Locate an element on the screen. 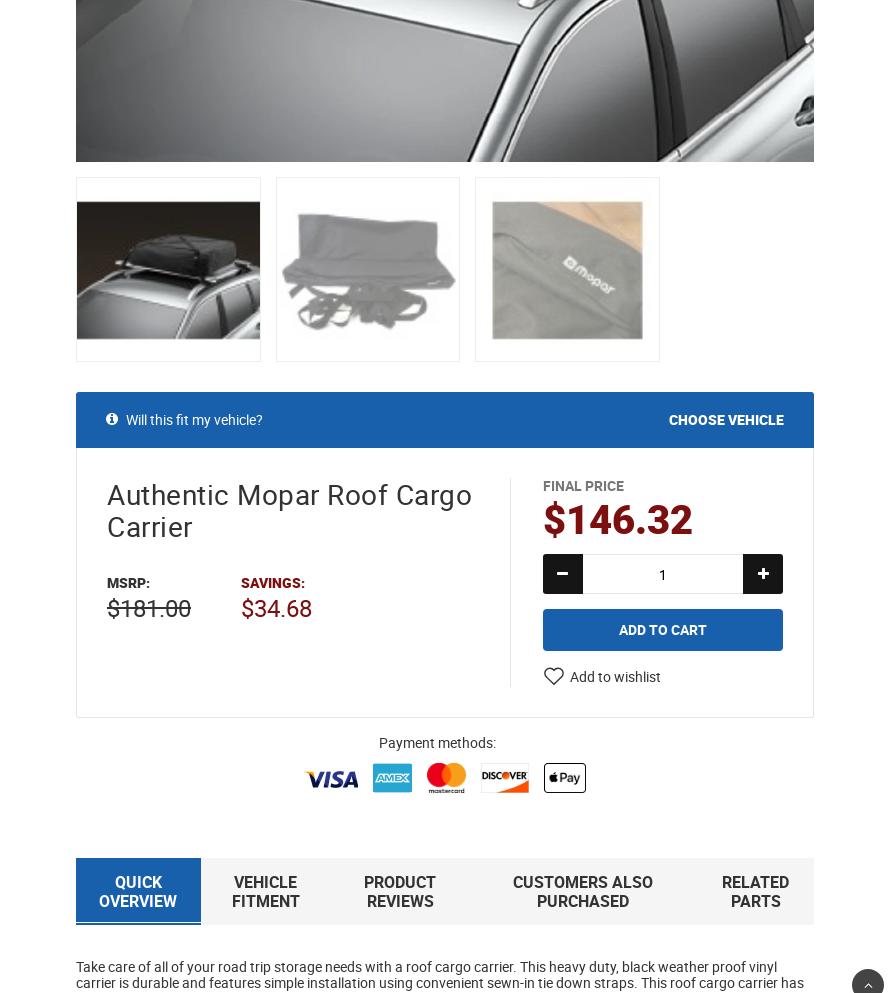 The width and height of the screenshot is (890, 993). 'Related Parts' is located at coordinates (755, 891).